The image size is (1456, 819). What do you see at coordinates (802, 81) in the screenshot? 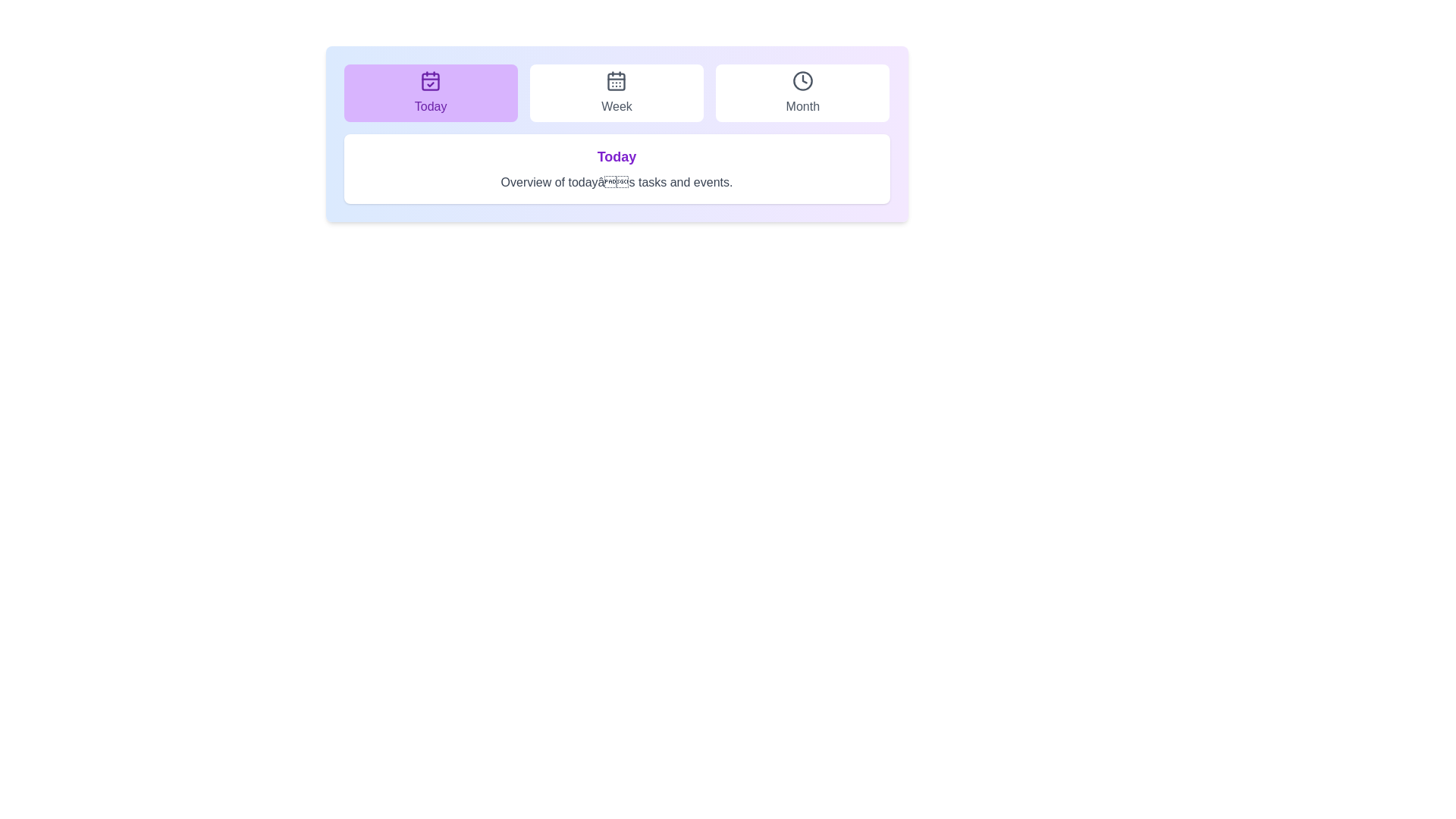
I see `the icon within the Month tab` at bounding box center [802, 81].